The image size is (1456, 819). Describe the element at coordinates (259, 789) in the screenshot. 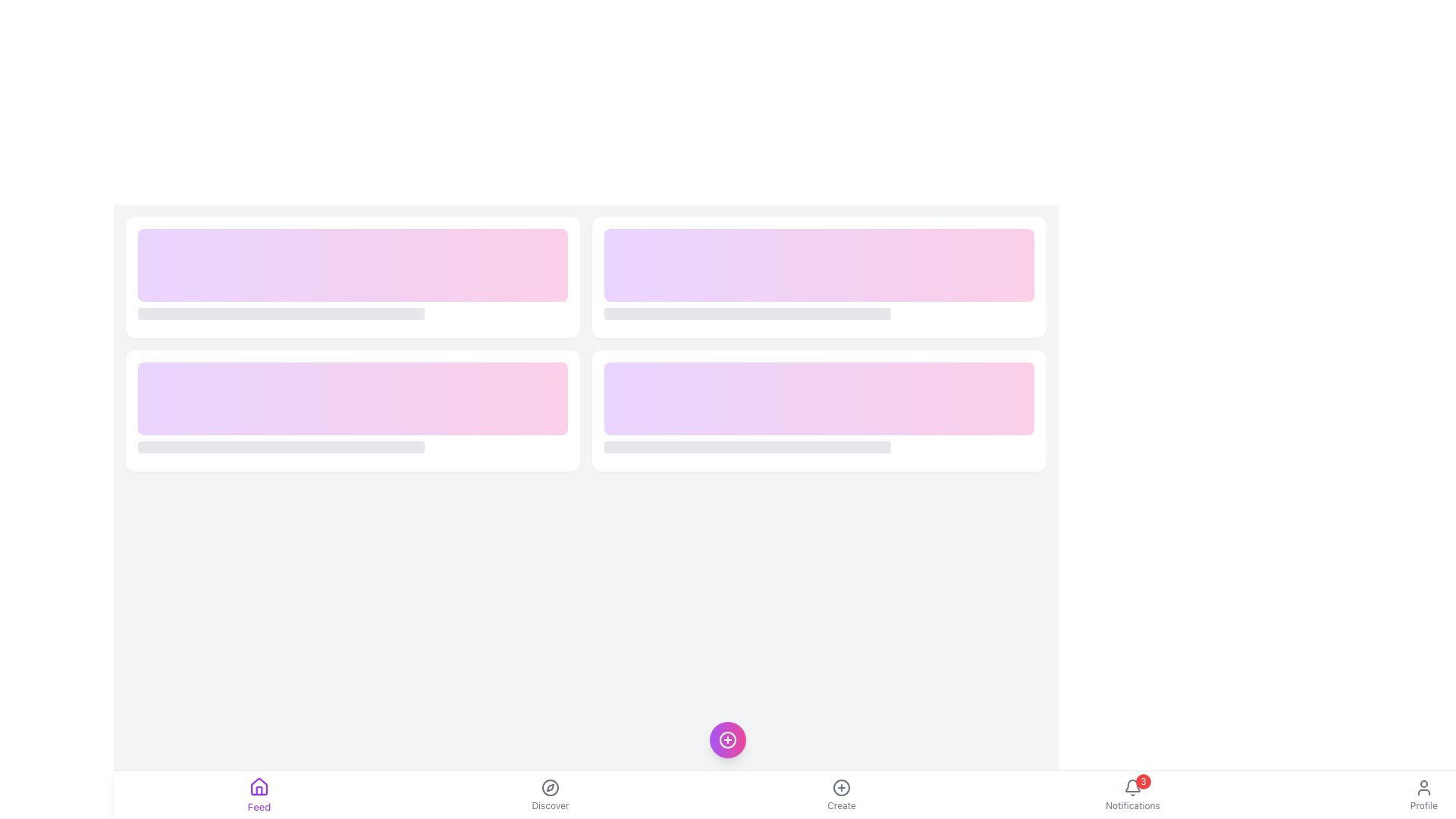

I see `the small vector graphic representing a stylized house component located within the 'Feed' icon in the bottom navigation bar` at that location.